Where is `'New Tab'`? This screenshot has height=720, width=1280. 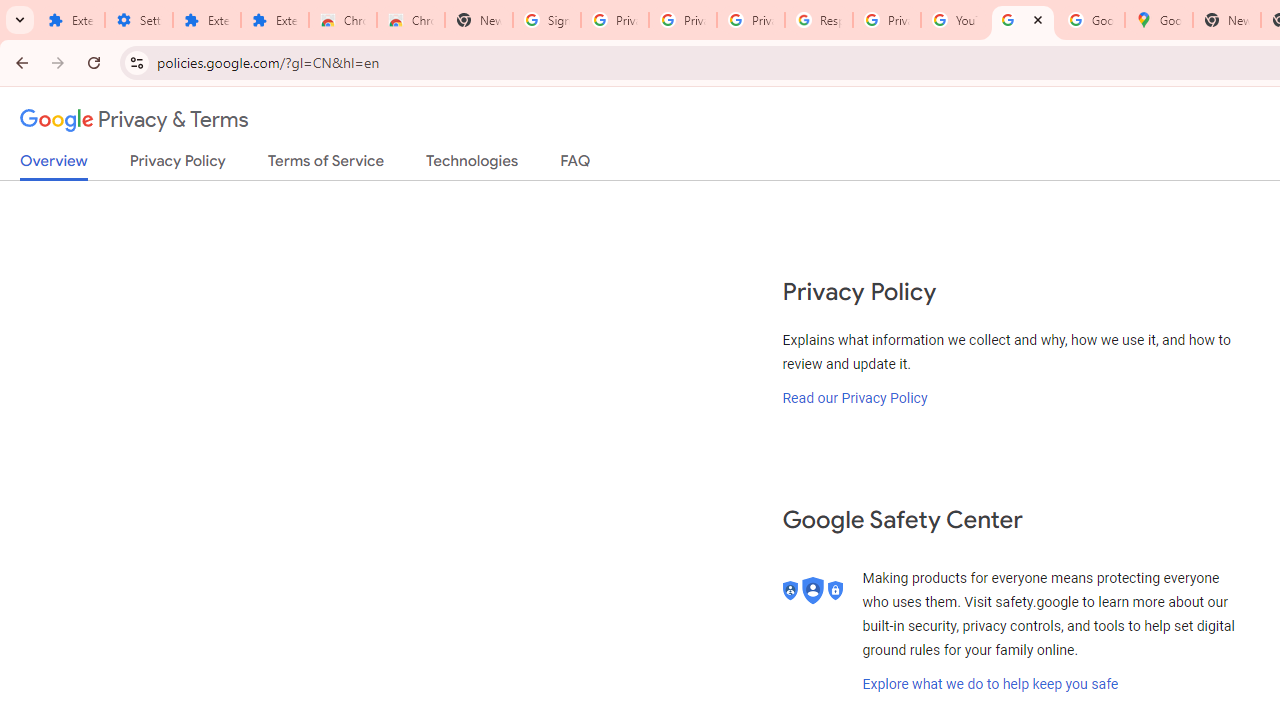
'New Tab' is located at coordinates (478, 20).